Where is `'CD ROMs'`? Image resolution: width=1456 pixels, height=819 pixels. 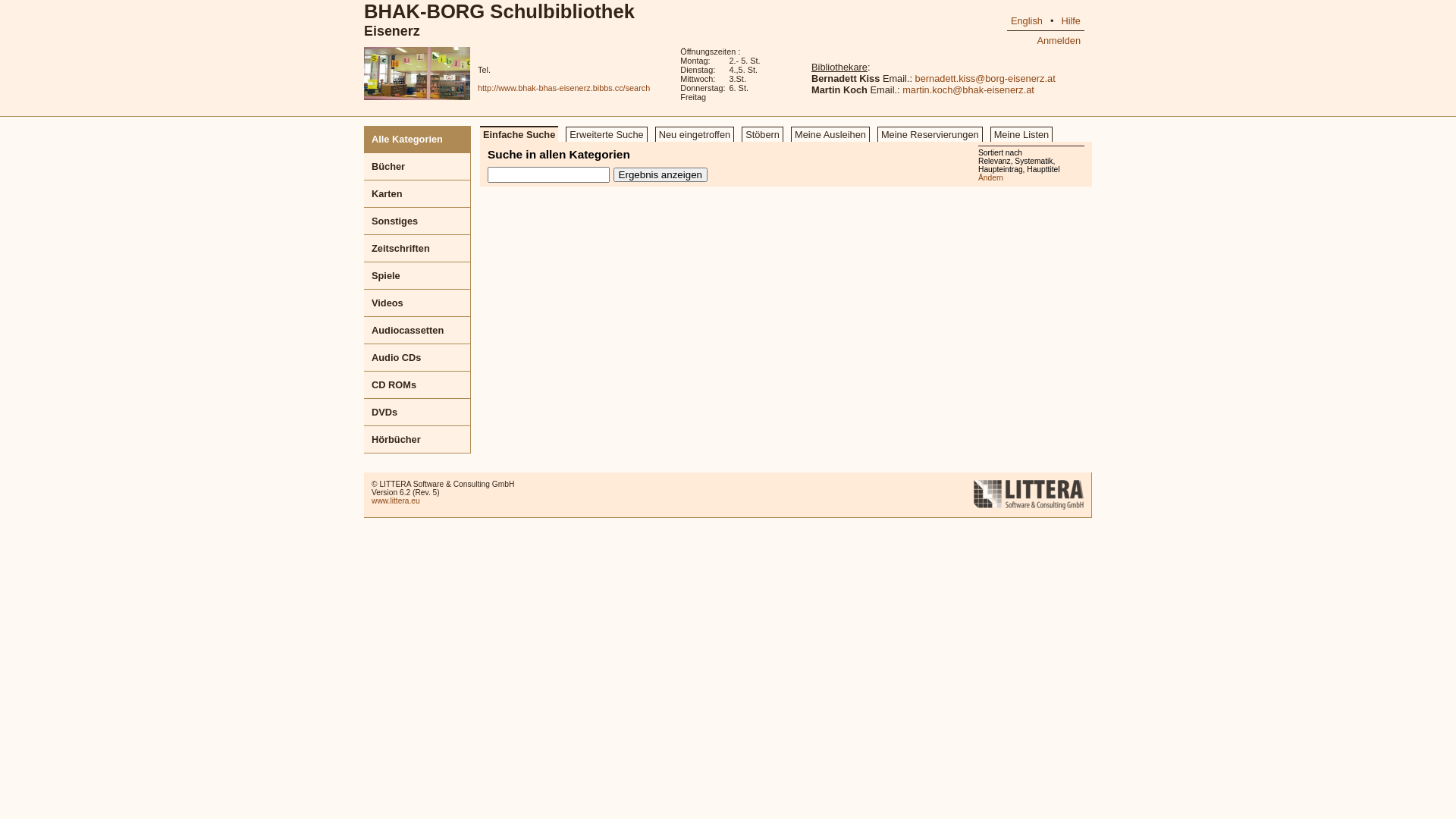
'CD ROMs' is located at coordinates (417, 384).